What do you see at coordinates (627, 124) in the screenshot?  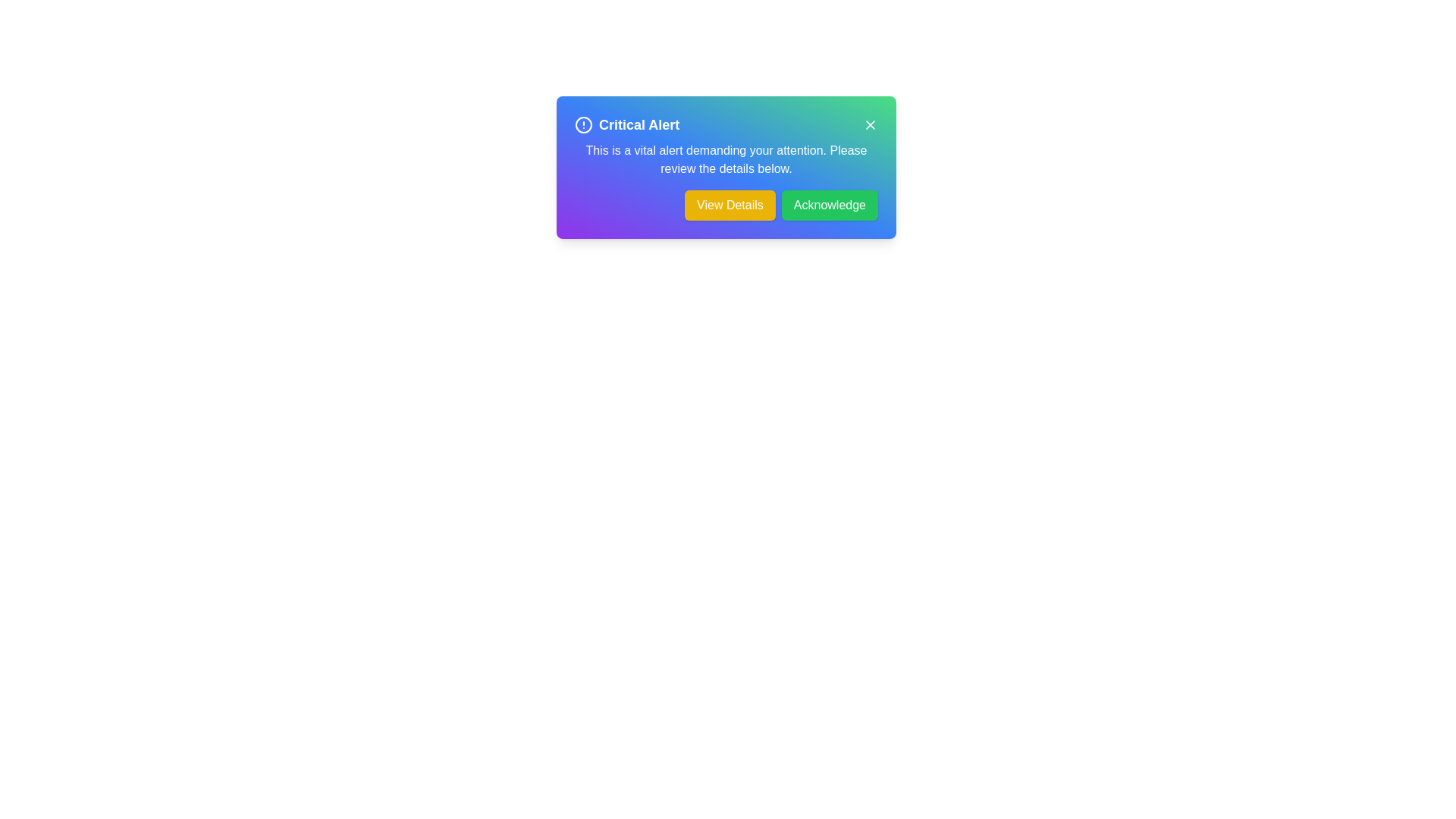 I see `the Text with an icon header in the notification box` at bounding box center [627, 124].